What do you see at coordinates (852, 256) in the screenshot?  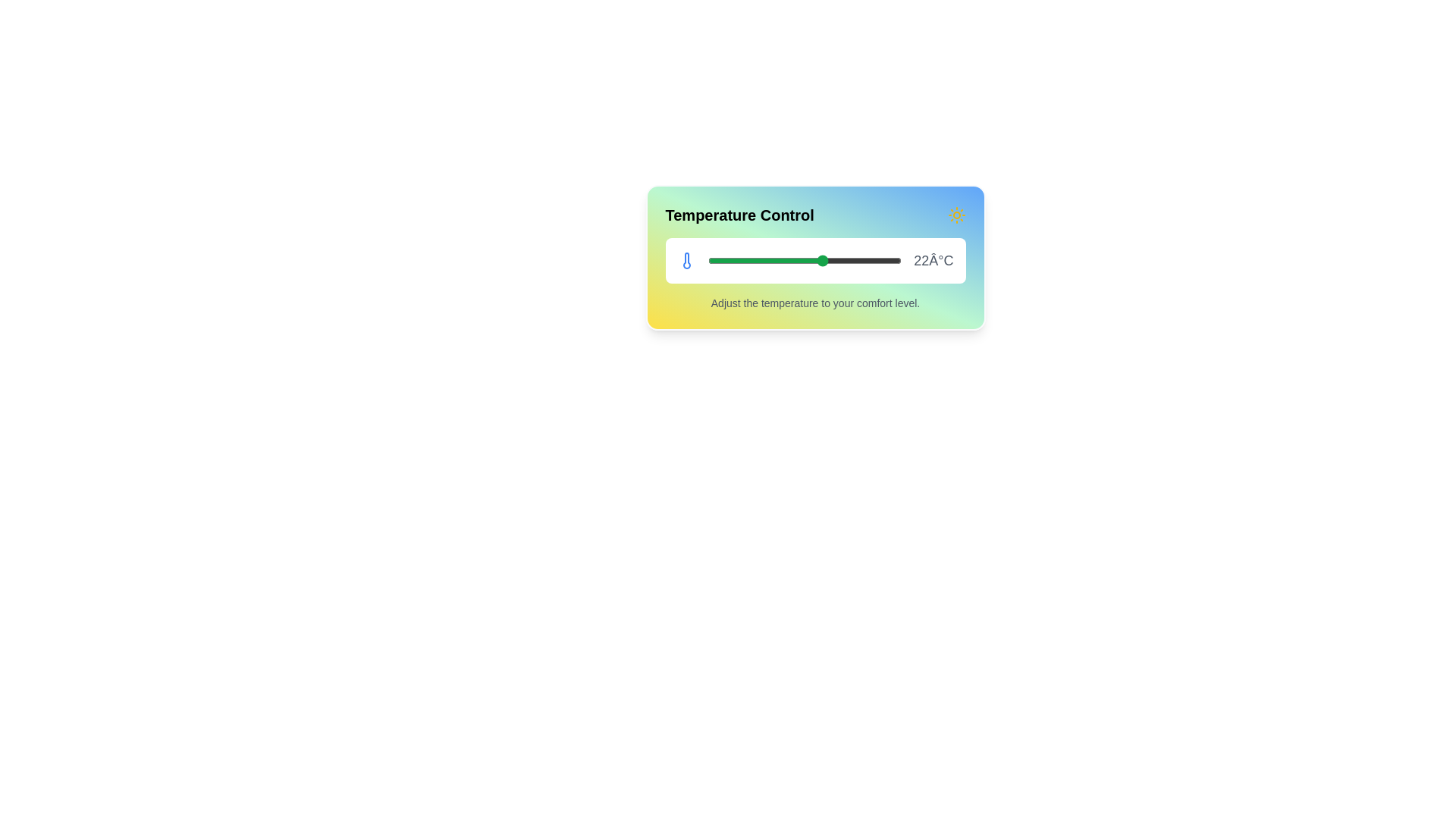 I see `the temperature` at bounding box center [852, 256].